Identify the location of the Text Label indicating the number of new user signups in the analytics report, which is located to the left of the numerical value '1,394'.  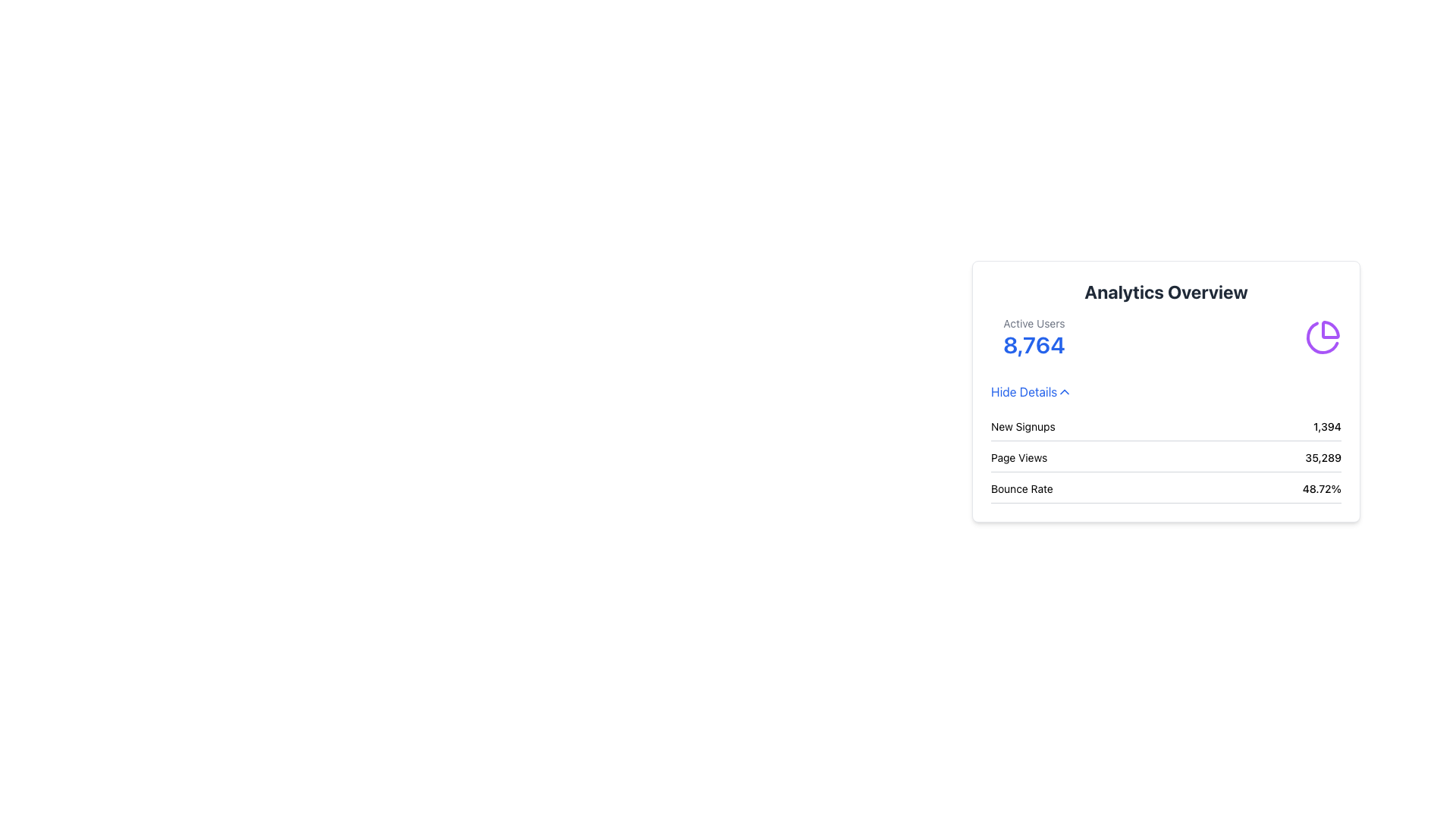
(1023, 427).